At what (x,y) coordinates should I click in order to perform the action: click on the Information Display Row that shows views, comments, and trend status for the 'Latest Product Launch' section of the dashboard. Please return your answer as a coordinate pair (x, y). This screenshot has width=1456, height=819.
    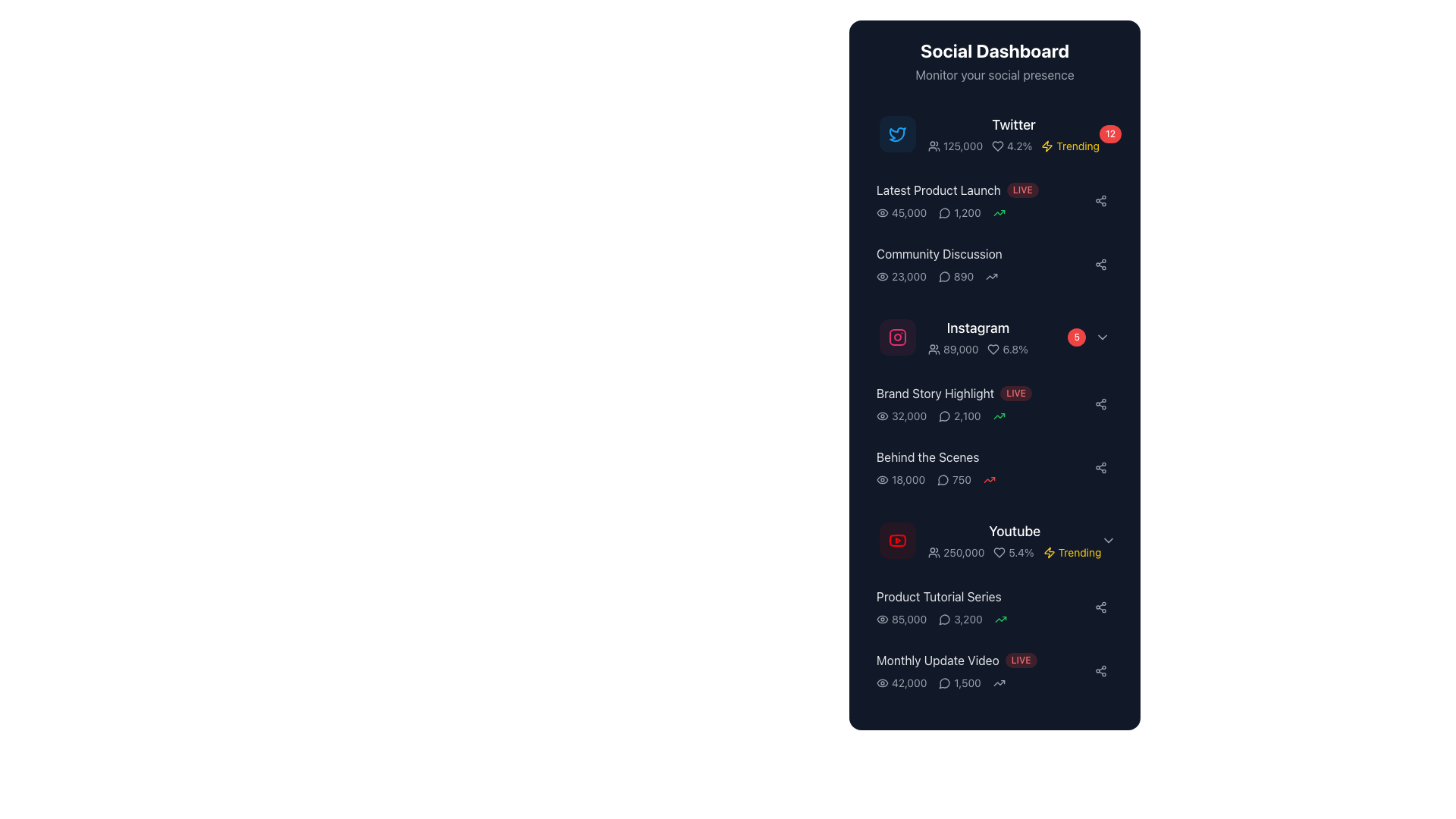
    Looking at the image, I should click on (983, 213).